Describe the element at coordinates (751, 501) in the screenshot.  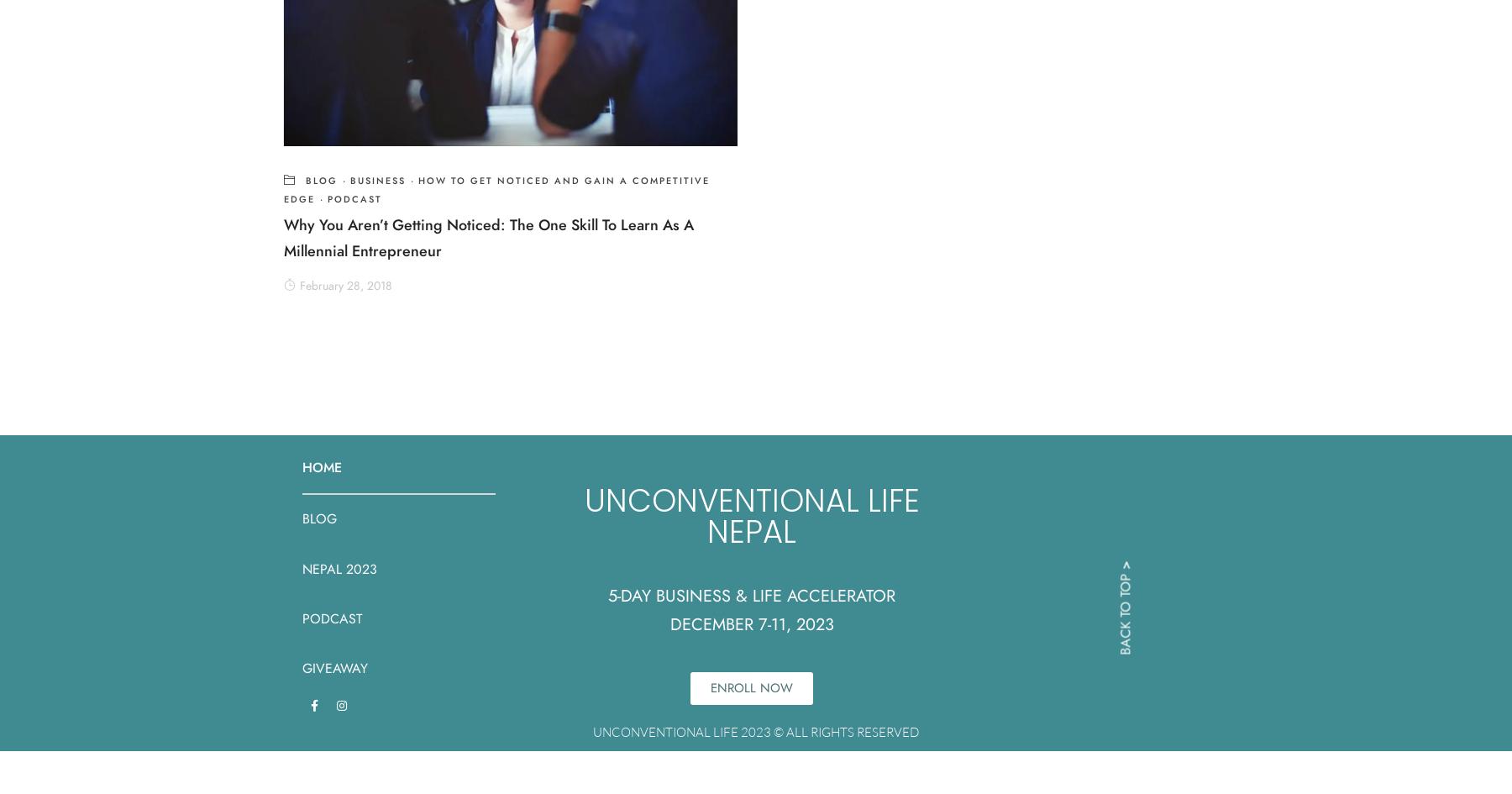
I see `'Unconventional Life'` at that location.